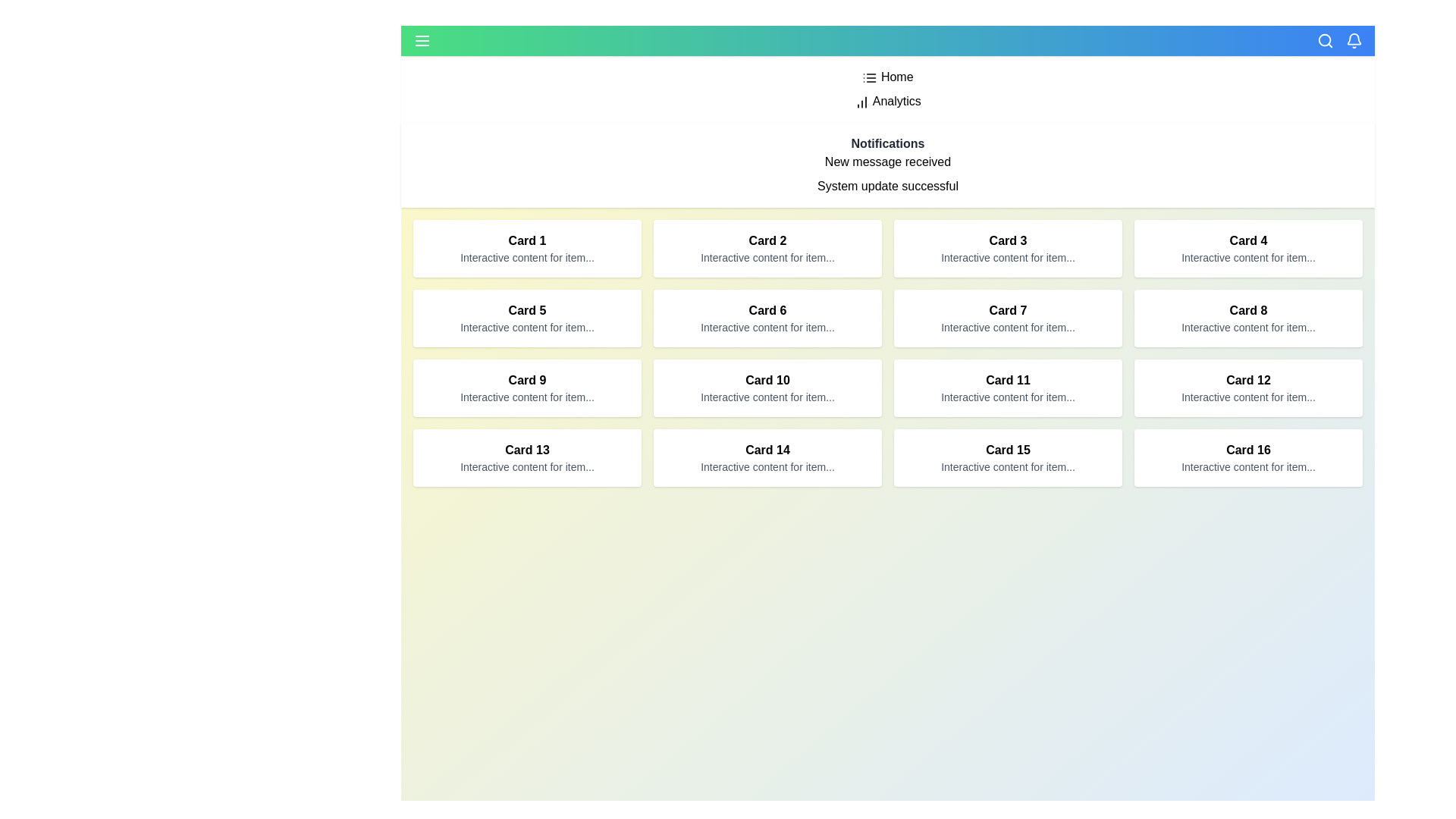 The width and height of the screenshot is (1456, 819). Describe the element at coordinates (1354, 40) in the screenshot. I see `the bell icon in the app bar to toggle the visibility of the notifications section` at that location.